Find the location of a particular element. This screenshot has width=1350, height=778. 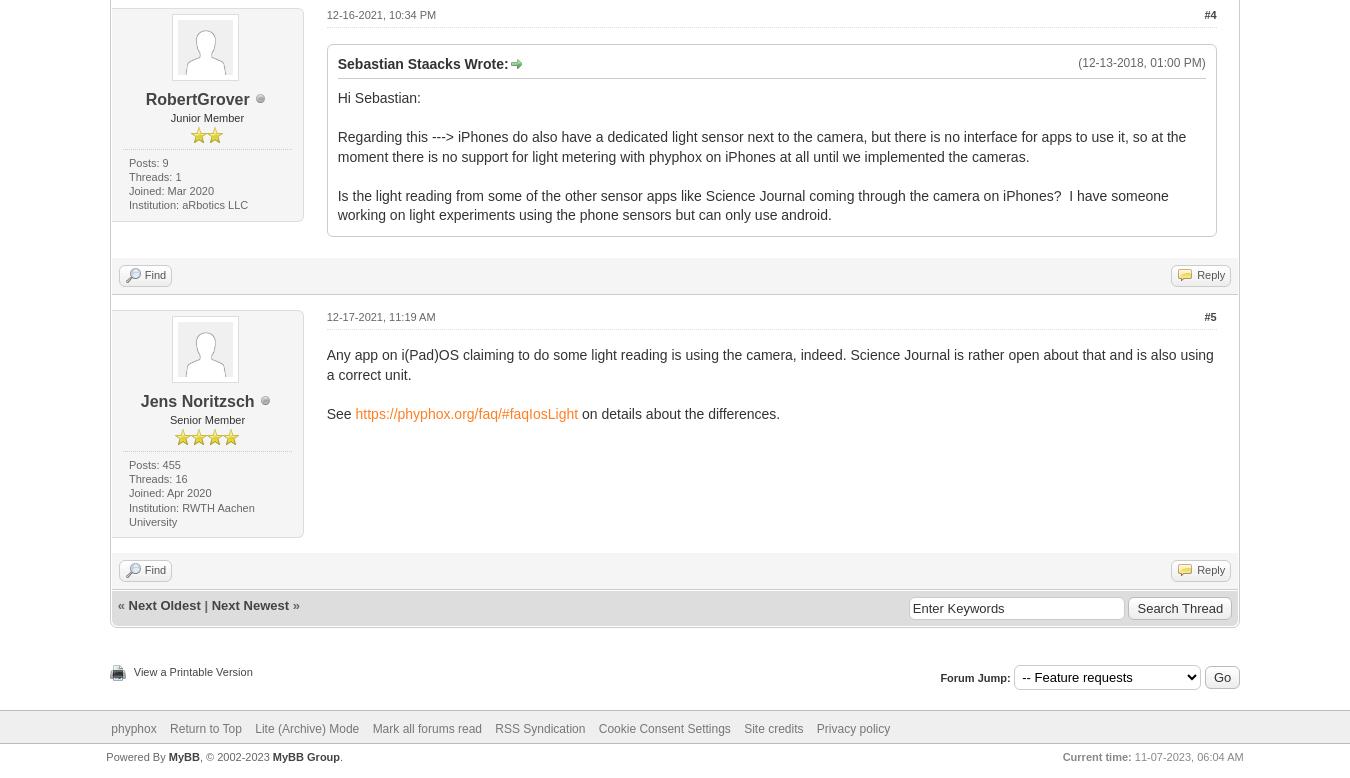

'MyBB' is located at coordinates (183, 755).